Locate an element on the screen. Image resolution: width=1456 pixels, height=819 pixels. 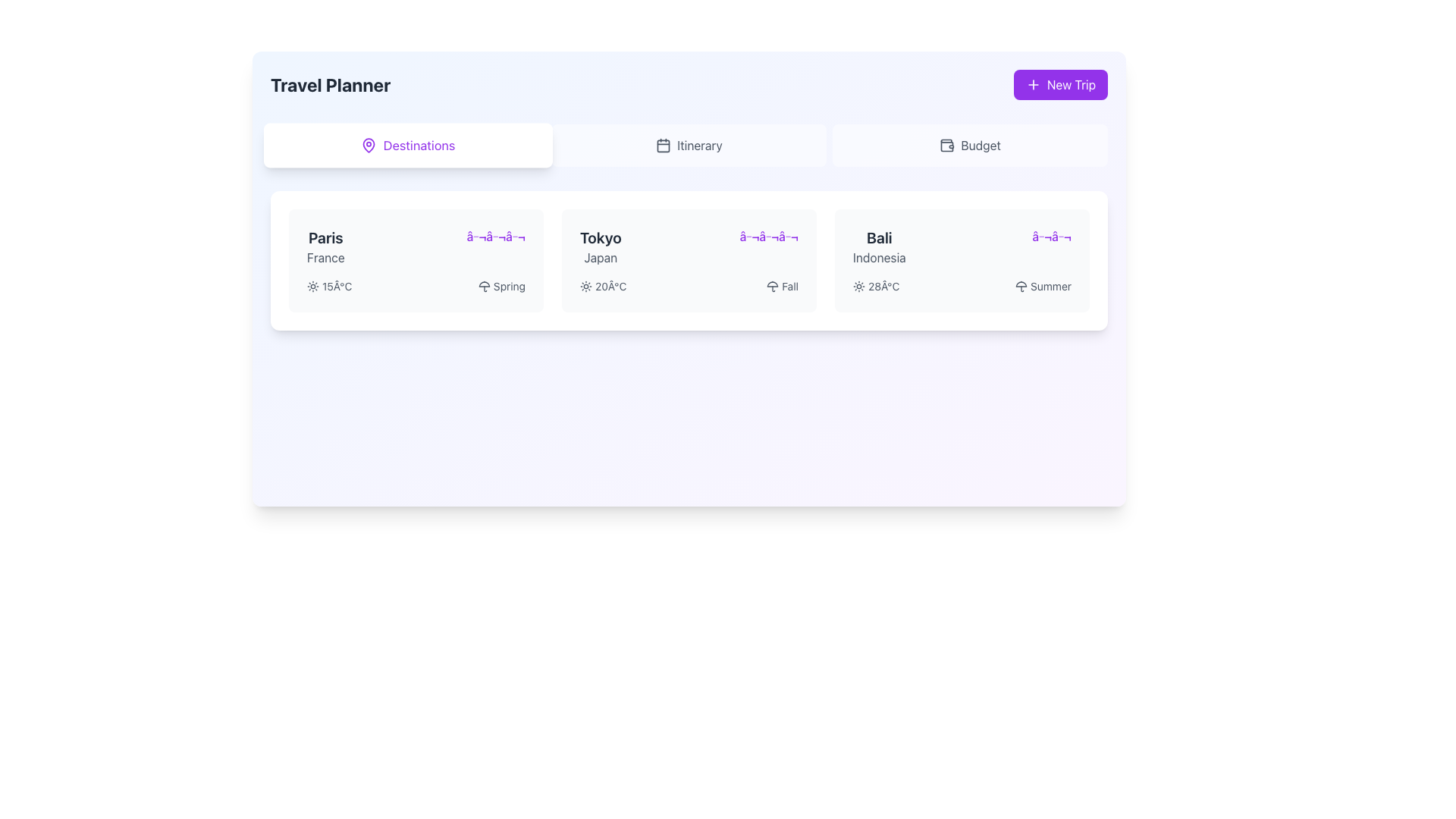
the 'Budget' button located under the 'Travel Planner' header is located at coordinates (969, 146).